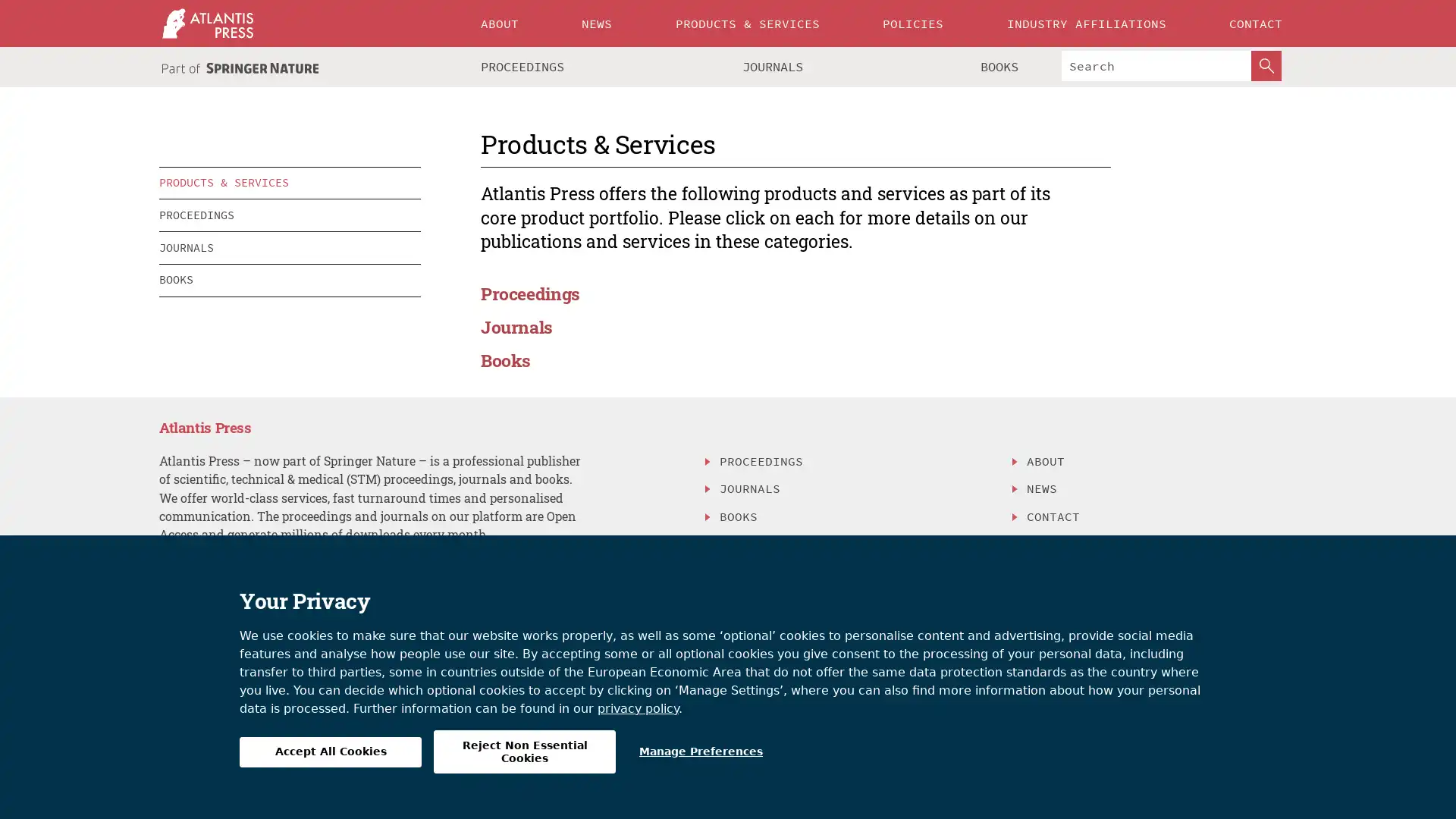 This screenshot has width=1456, height=819. Describe the element at coordinates (847, 570) in the screenshot. I see `MANAGE COOKIES/DO NOT SELL MY INFO` at that location.